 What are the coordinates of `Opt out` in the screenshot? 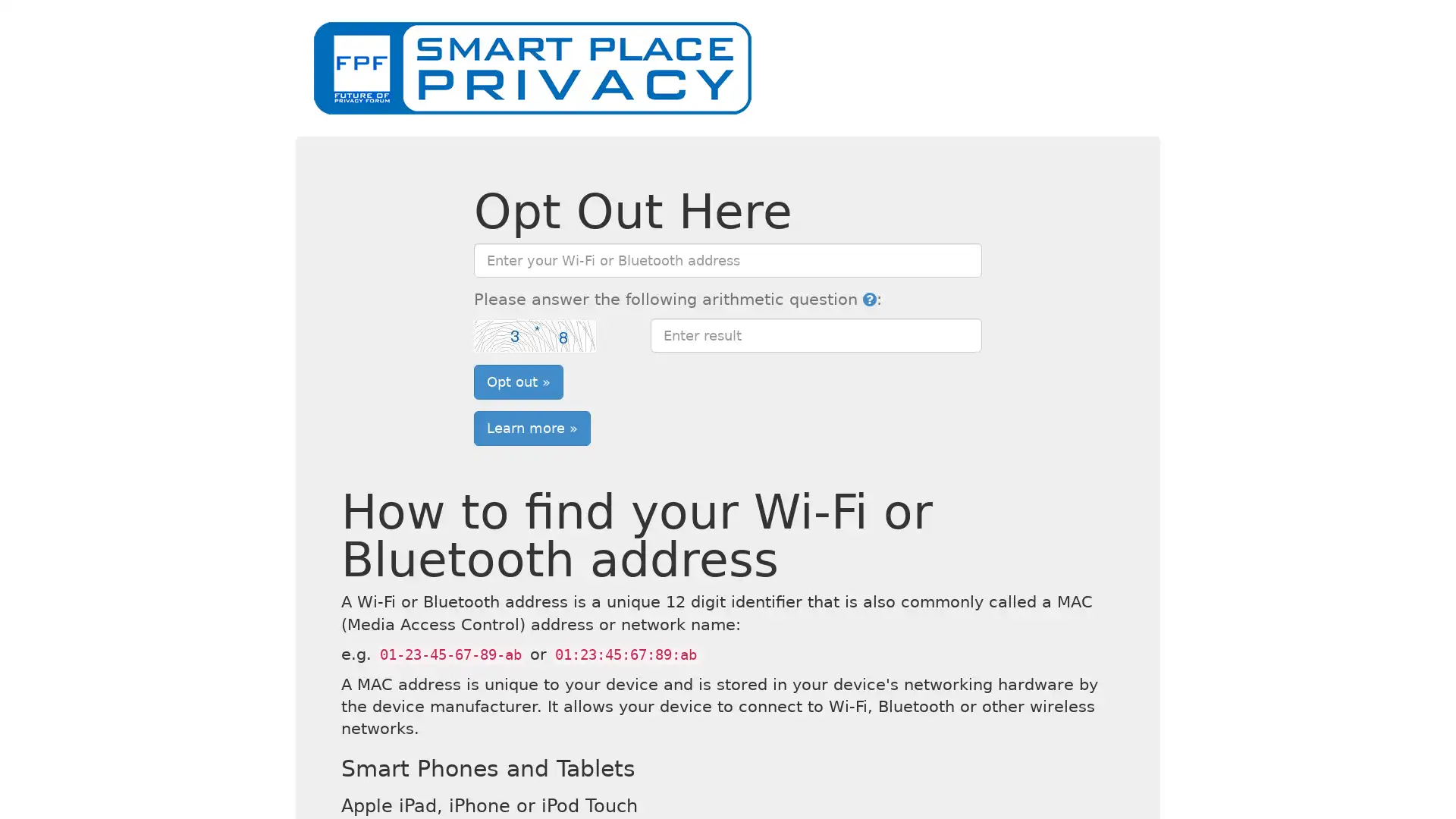 It's located at (518, 380).